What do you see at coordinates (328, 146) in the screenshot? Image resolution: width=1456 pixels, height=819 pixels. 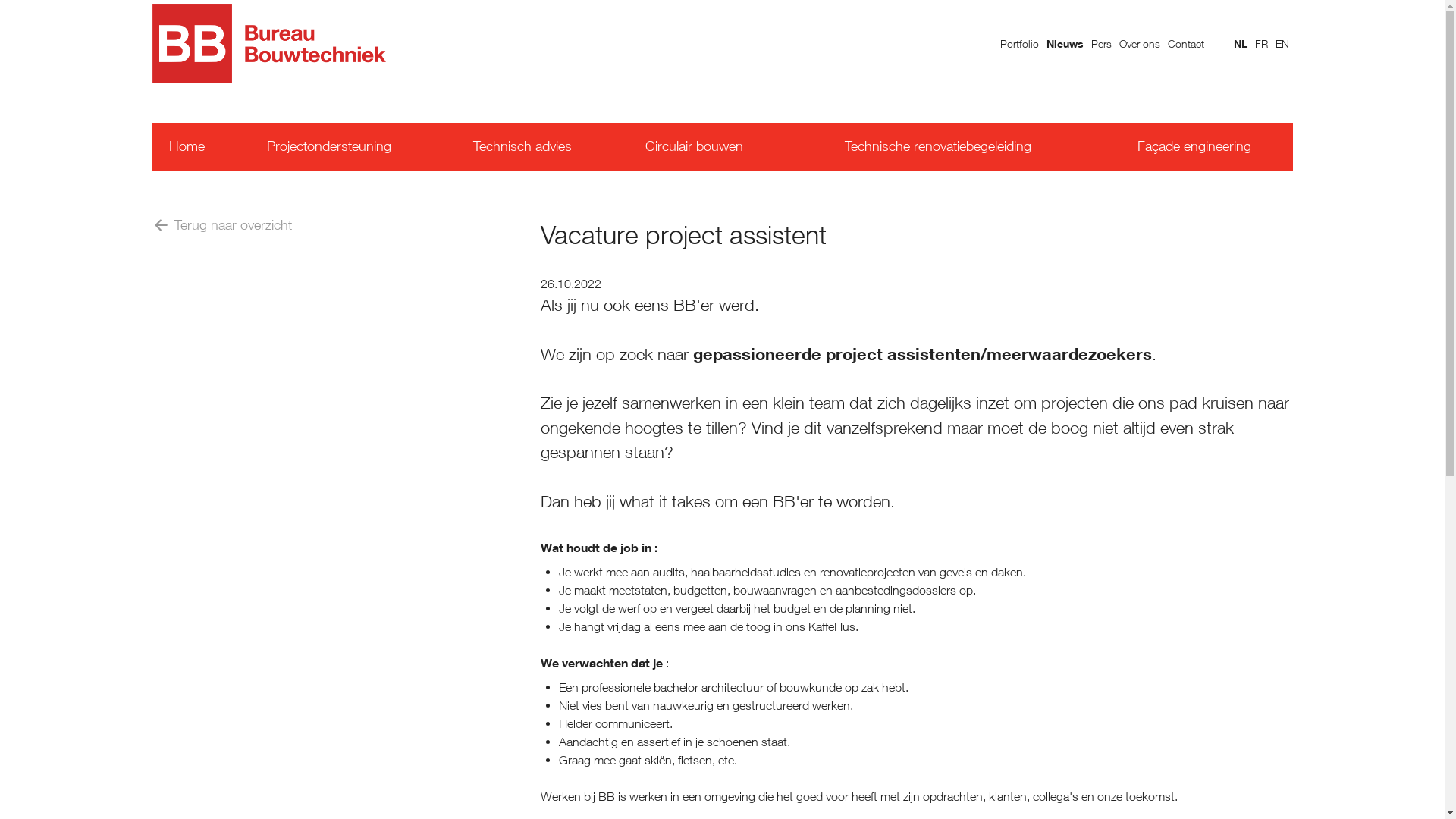 I see `'Projectondersteuning'` at bounding box center [328, 146].